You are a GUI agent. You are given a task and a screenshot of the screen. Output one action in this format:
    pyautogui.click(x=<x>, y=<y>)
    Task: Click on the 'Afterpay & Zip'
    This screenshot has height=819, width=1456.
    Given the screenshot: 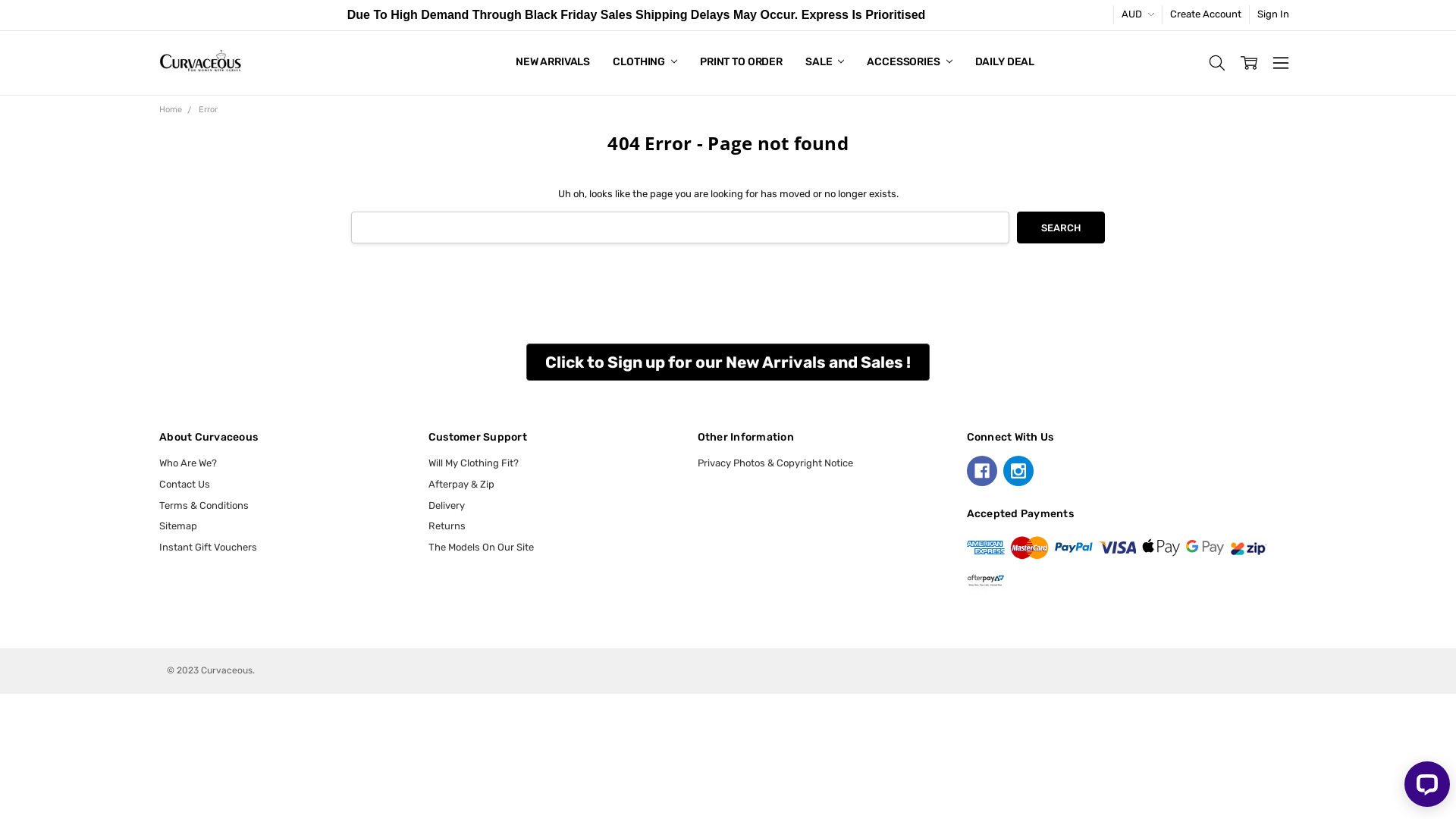 What is the action you would take?
    pyautogui.click(x=460, y=484)
    